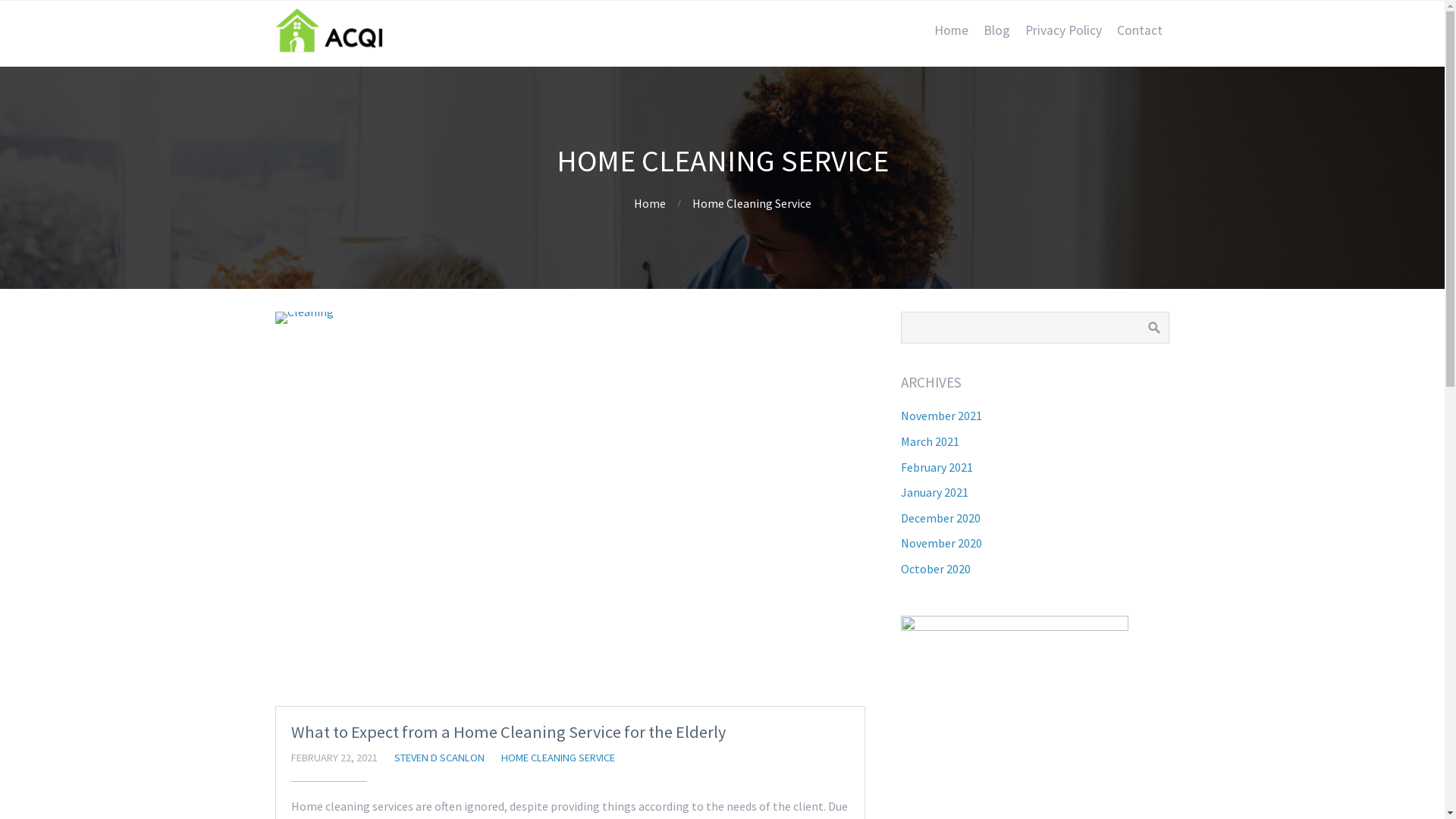 Image resolution: width=1456 pixels, height=819 pixels. Describe the element at coordinates (940, 516) in the screenshot. I see `'December 2020'` at that location.